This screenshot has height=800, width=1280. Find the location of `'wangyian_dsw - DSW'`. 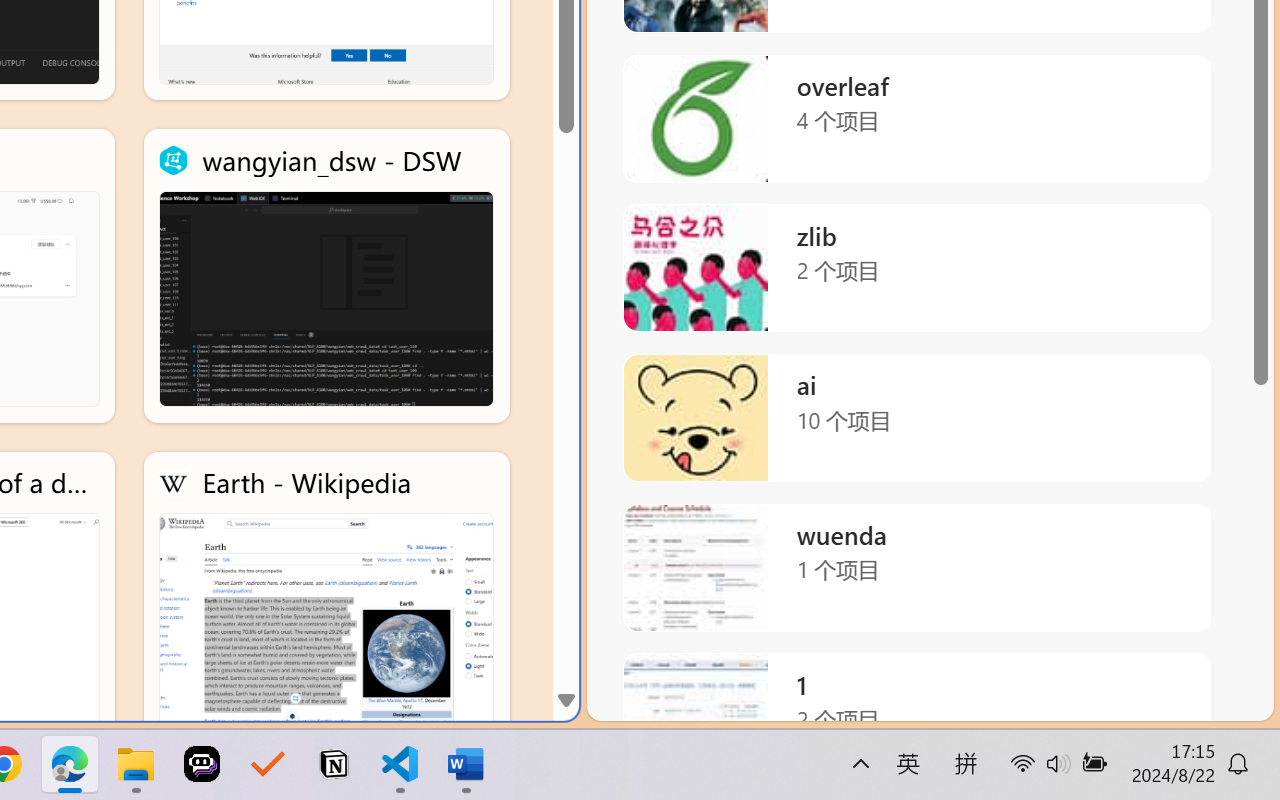

'wangyian_dsw - DSW' is located at coordinates (326, 276).